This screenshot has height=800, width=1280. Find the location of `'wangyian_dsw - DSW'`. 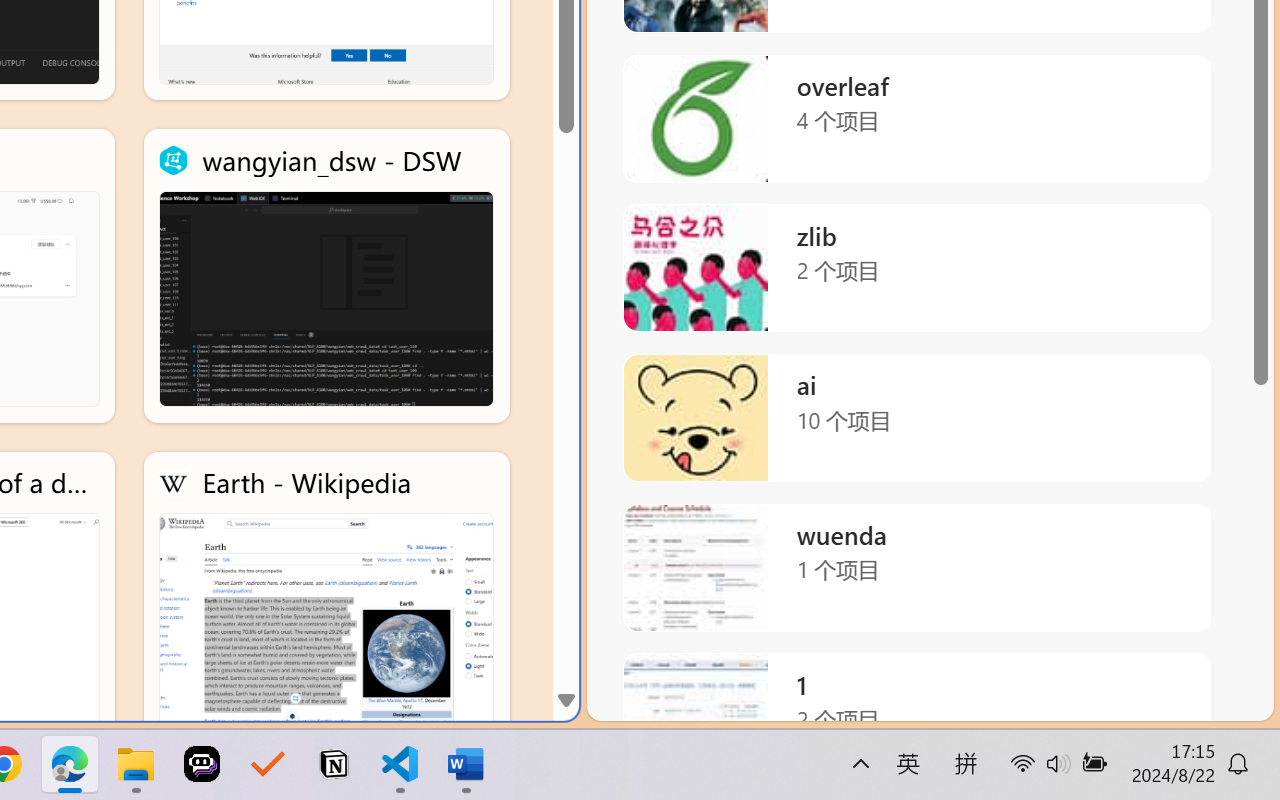

'wangyian_dsw - DSW' is located at coordinates (326, 276).